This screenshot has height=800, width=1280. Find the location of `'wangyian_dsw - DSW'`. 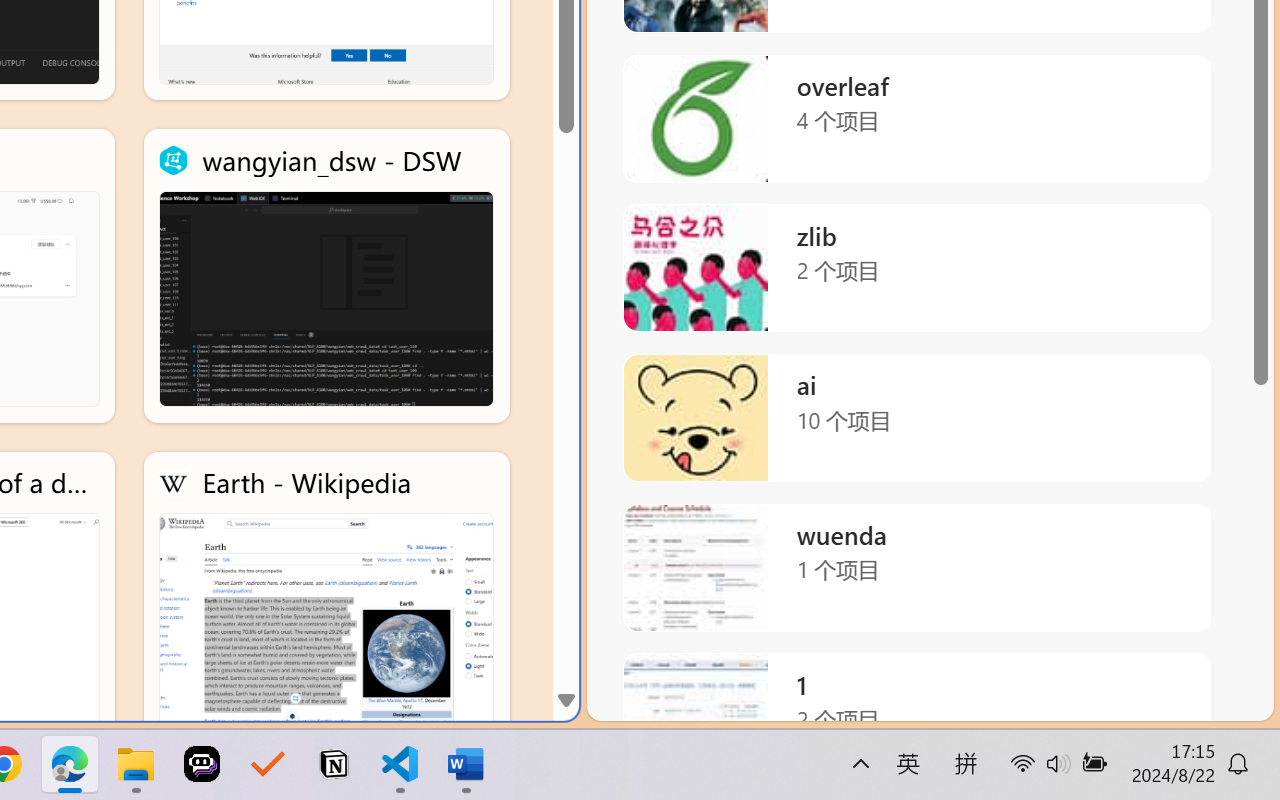

'wangyian_dsw - DSW' is located at coordinates (326, 276).